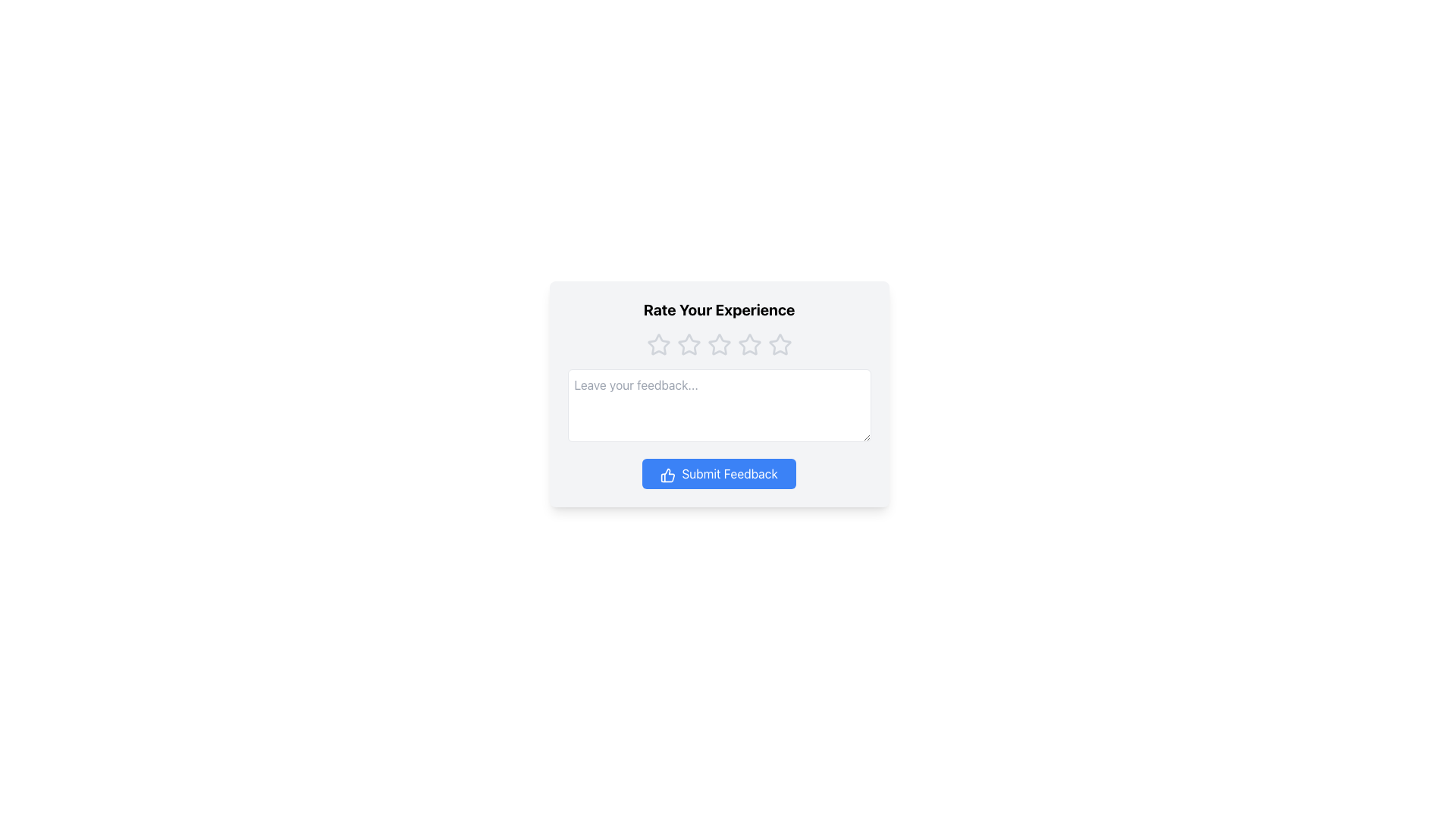 The image size is (1456, 819). What do you see at coordinates (718, 472) in the screenshot?
I see `the 'Submit Feedback' button, which has a blue background, white text, and a thumbs-up icon on its left side, located at the bottom center of the card component` at bounding box center [718, 472].